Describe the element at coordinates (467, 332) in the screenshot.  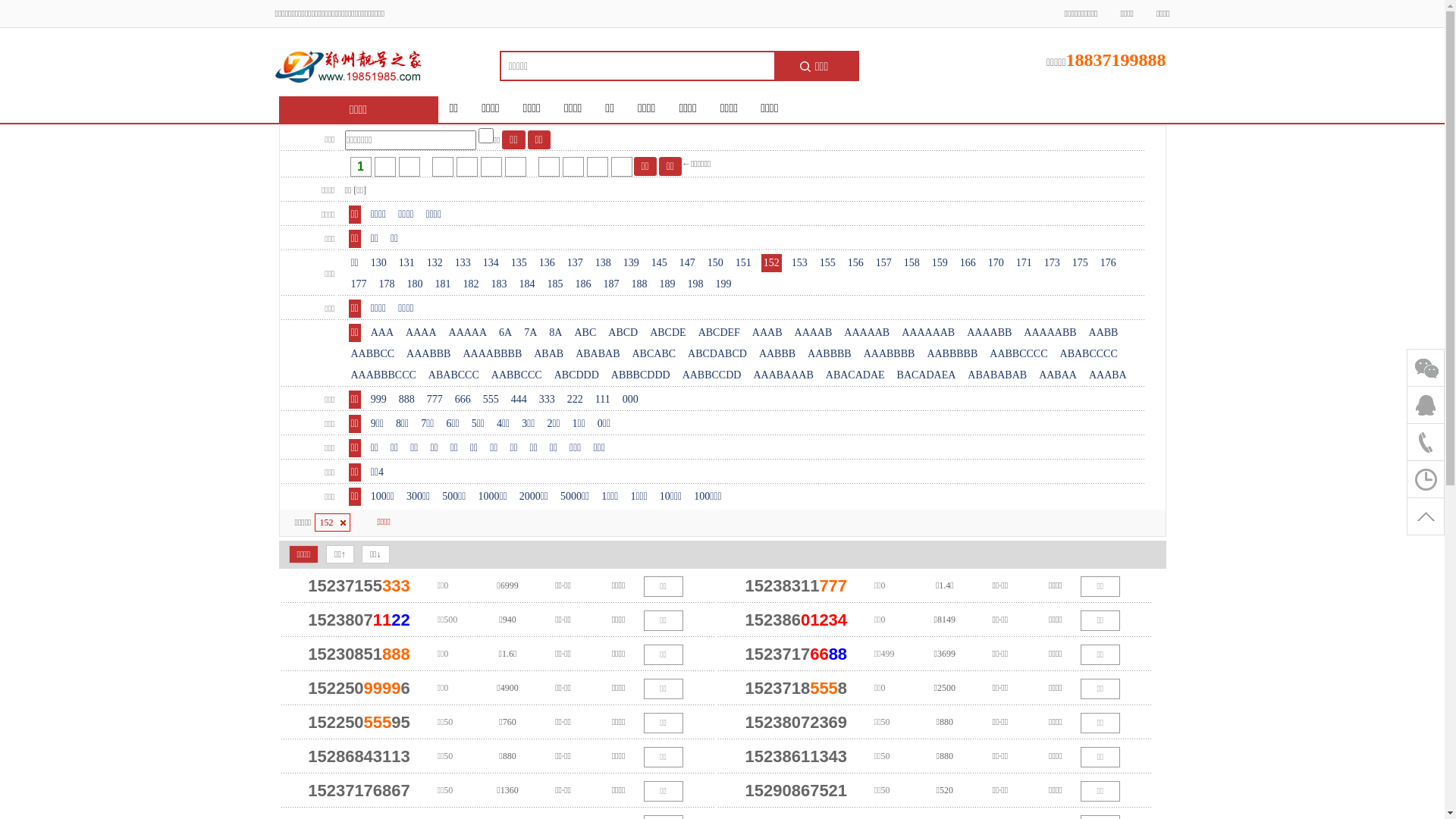
I see `'AAAAA'` at that location.